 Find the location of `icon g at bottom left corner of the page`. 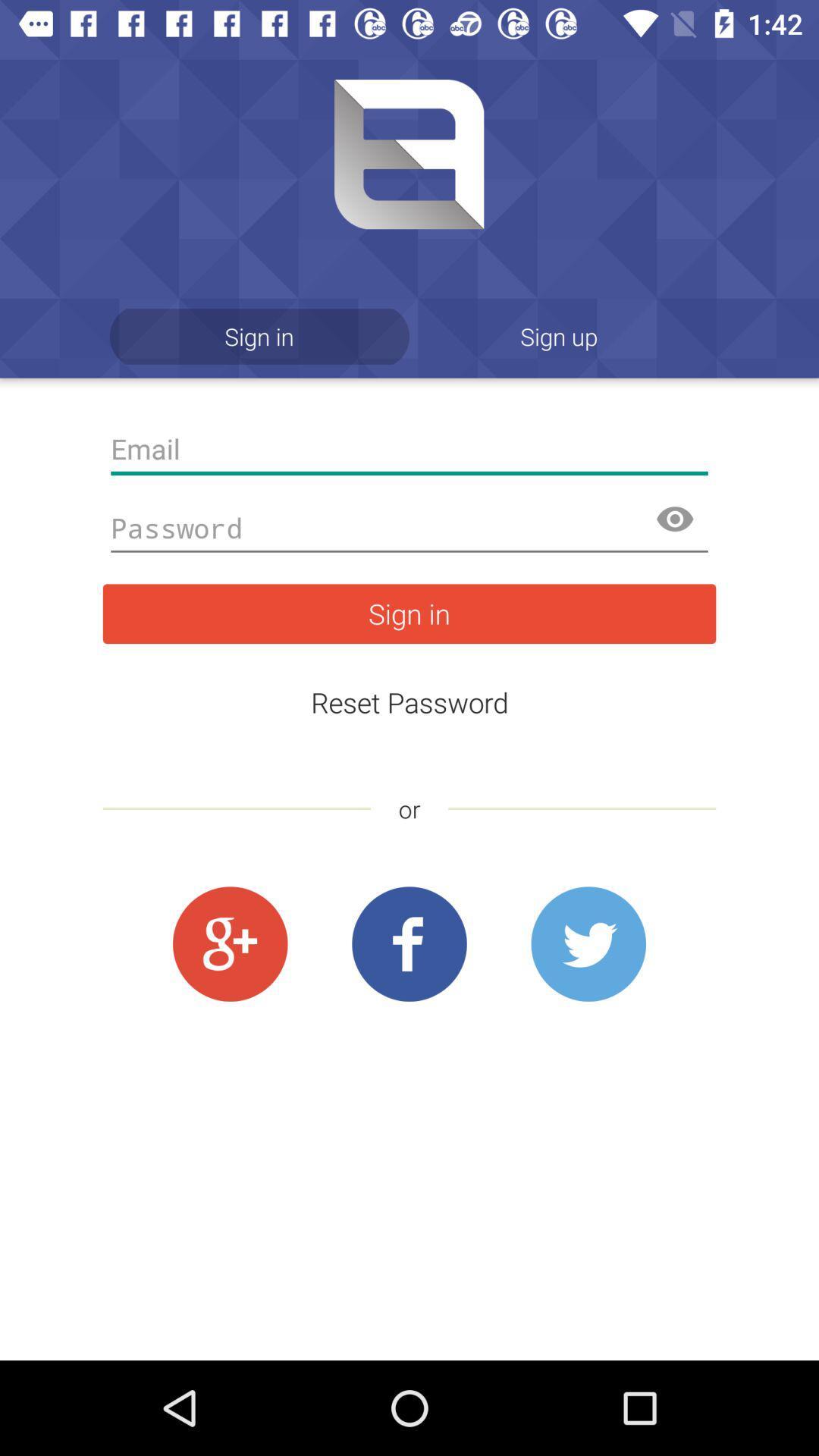

icon g at bottom left corner of the page is located at coordinates (231, 944).